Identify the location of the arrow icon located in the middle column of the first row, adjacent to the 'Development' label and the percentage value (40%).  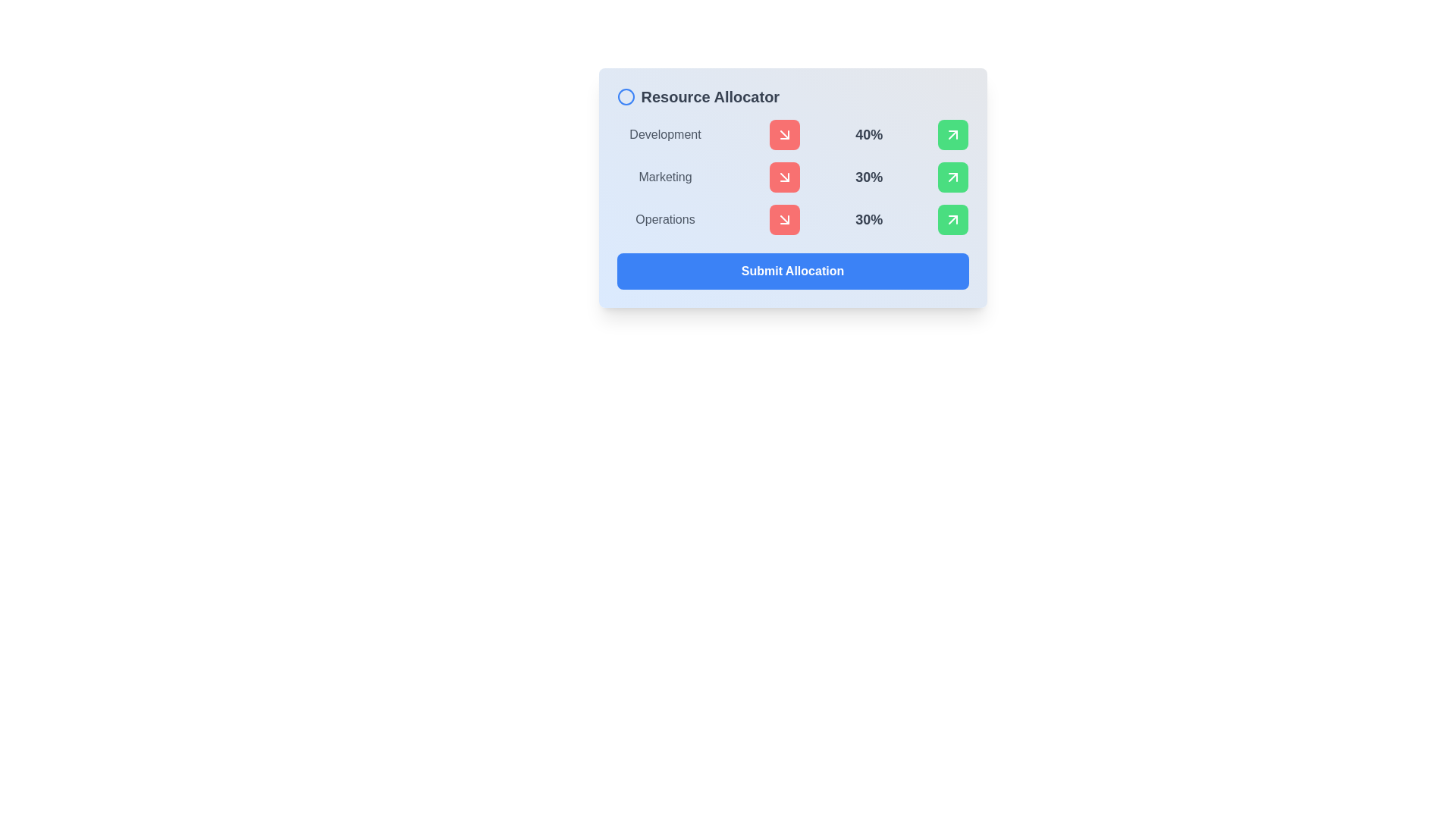
(784, 133).